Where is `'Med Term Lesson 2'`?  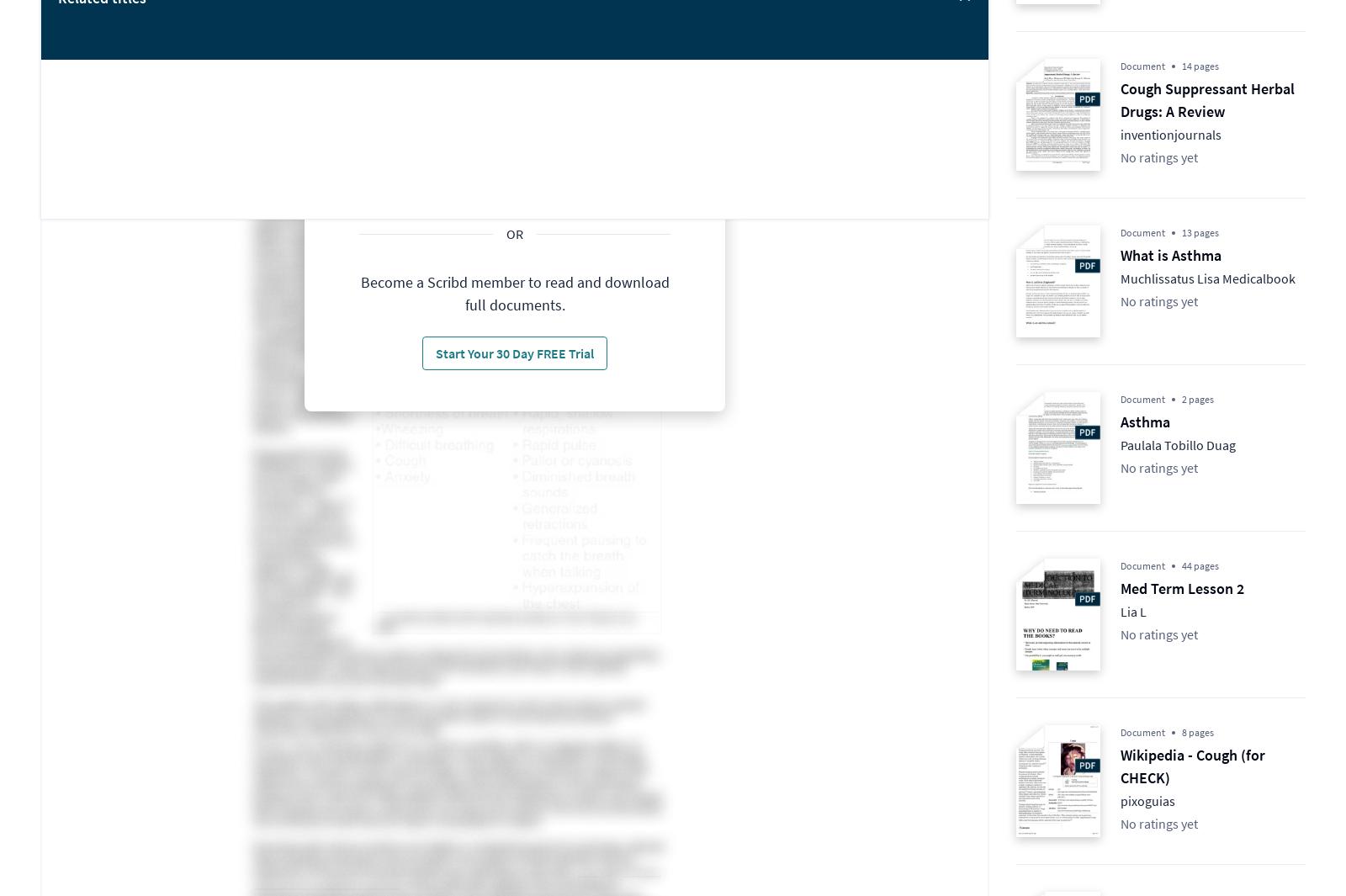 'Med Term Lesson 2' is located at coordinates (1182, 588).